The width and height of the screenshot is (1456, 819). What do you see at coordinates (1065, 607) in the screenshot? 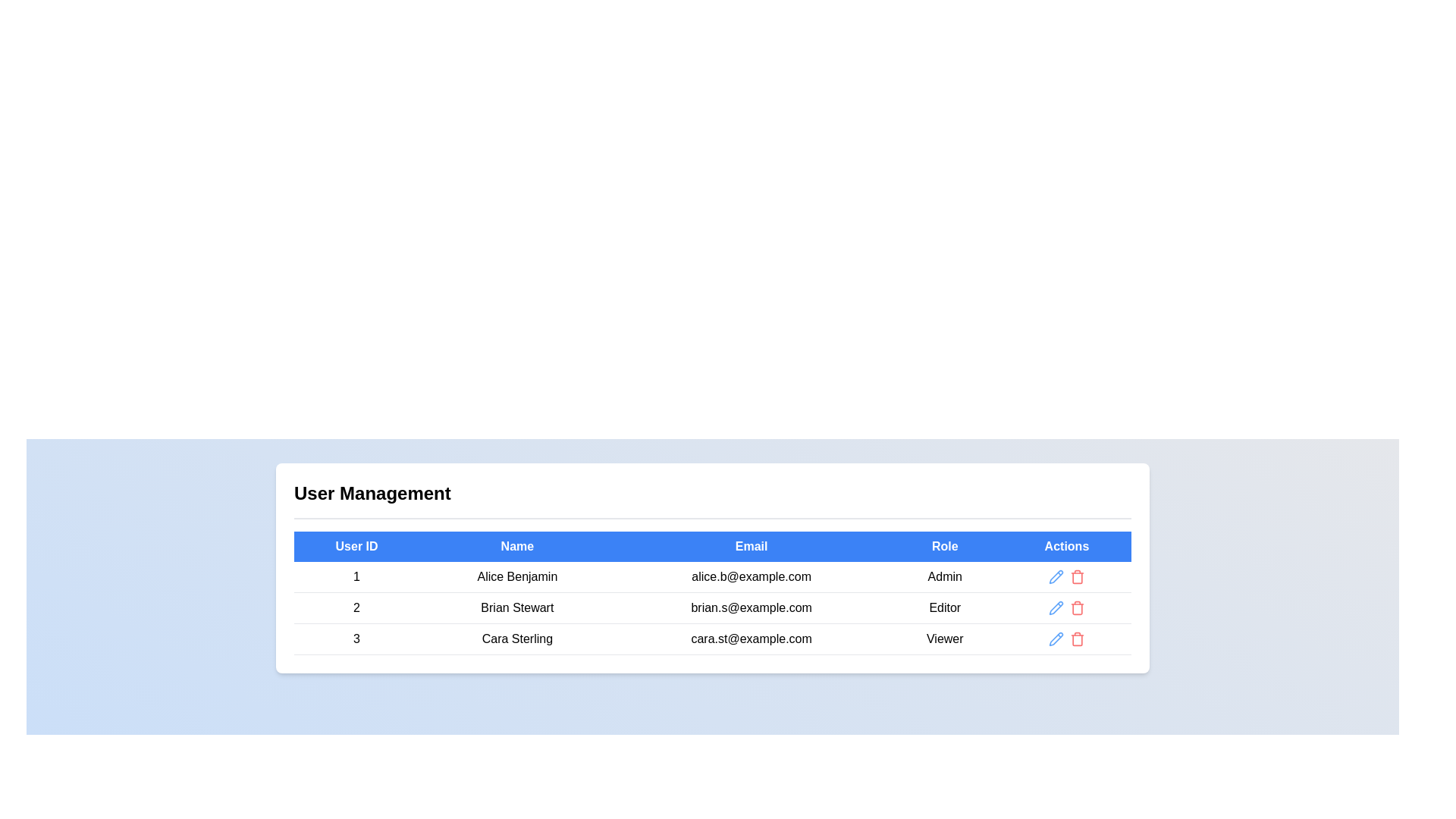
I see `the red trash can icon in the Button cluster for the user 'Brian Stewart'` at bounding box center [1065, 607].